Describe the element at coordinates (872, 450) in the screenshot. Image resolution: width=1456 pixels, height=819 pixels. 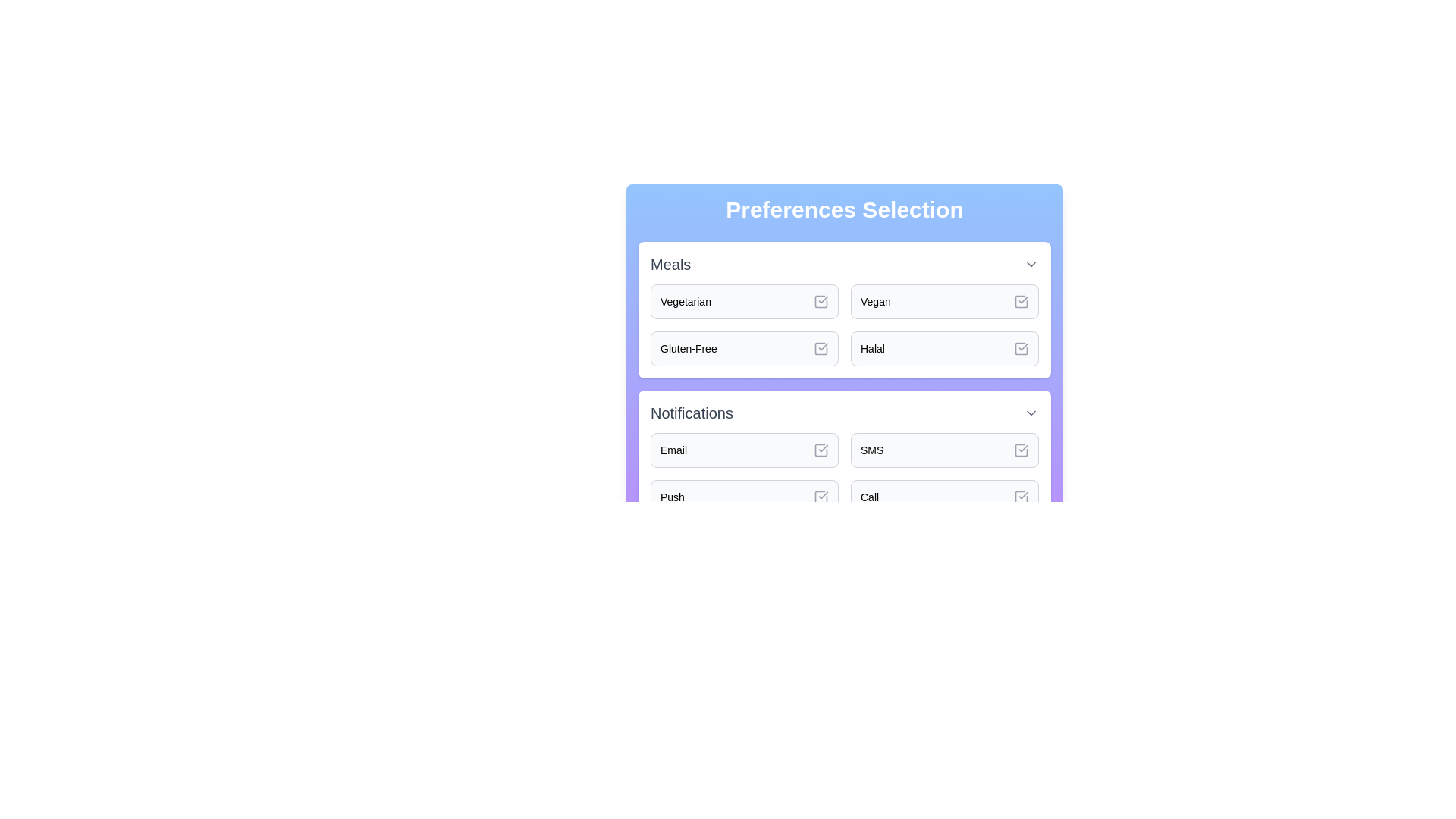
I see `the 'SMS' text label located in the Notifications section of the preferences form, which is a small text label with standard sans-serif font style` at that location.